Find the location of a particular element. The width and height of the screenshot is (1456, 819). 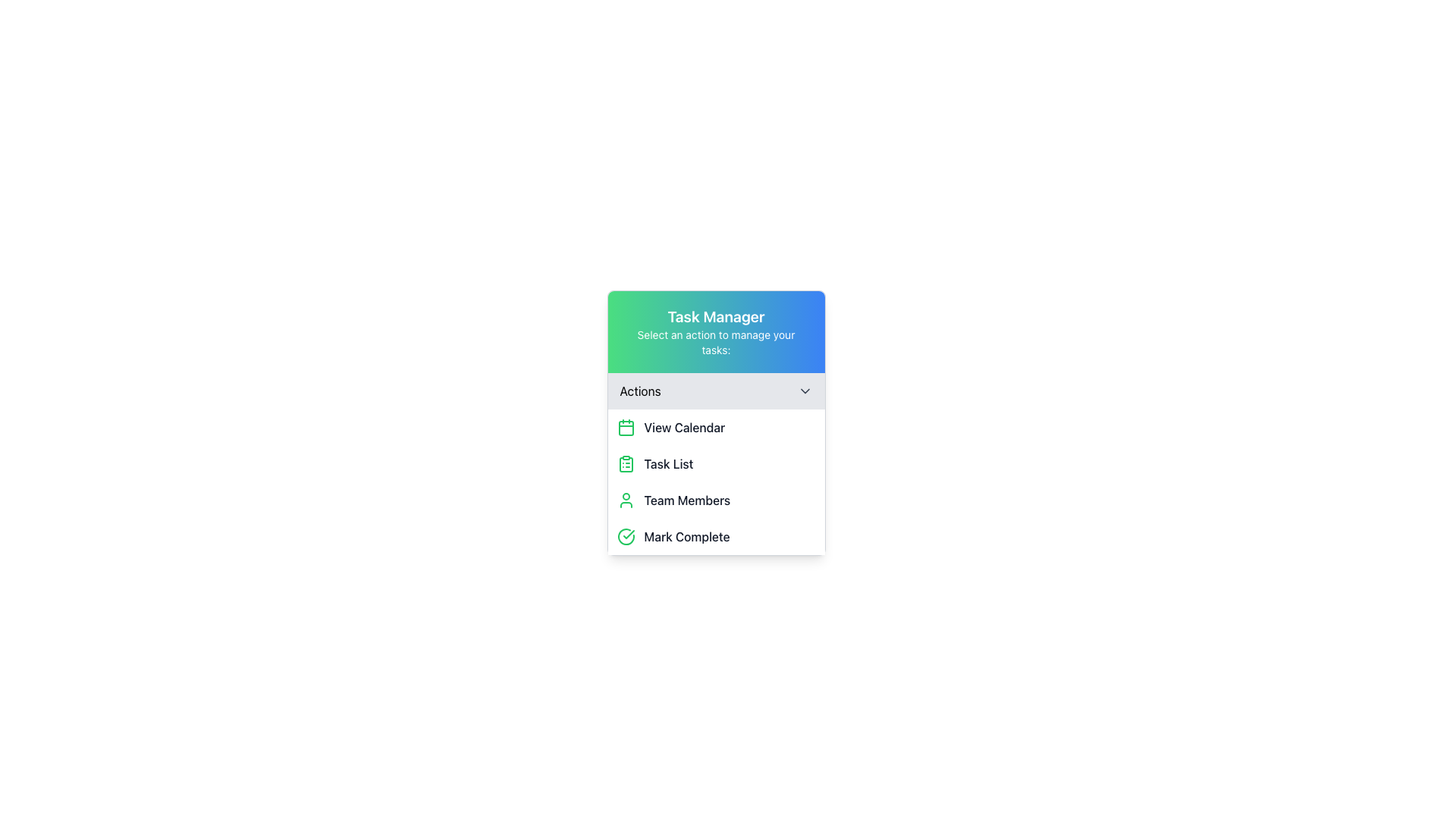

the green outlined circle icon with a checkmark, which indicates a 'complete' status, located to the left of the 'Mark Complete' option in the 'Actions' section of the 'Task Manager' panel is located at coordinates (626, 536).